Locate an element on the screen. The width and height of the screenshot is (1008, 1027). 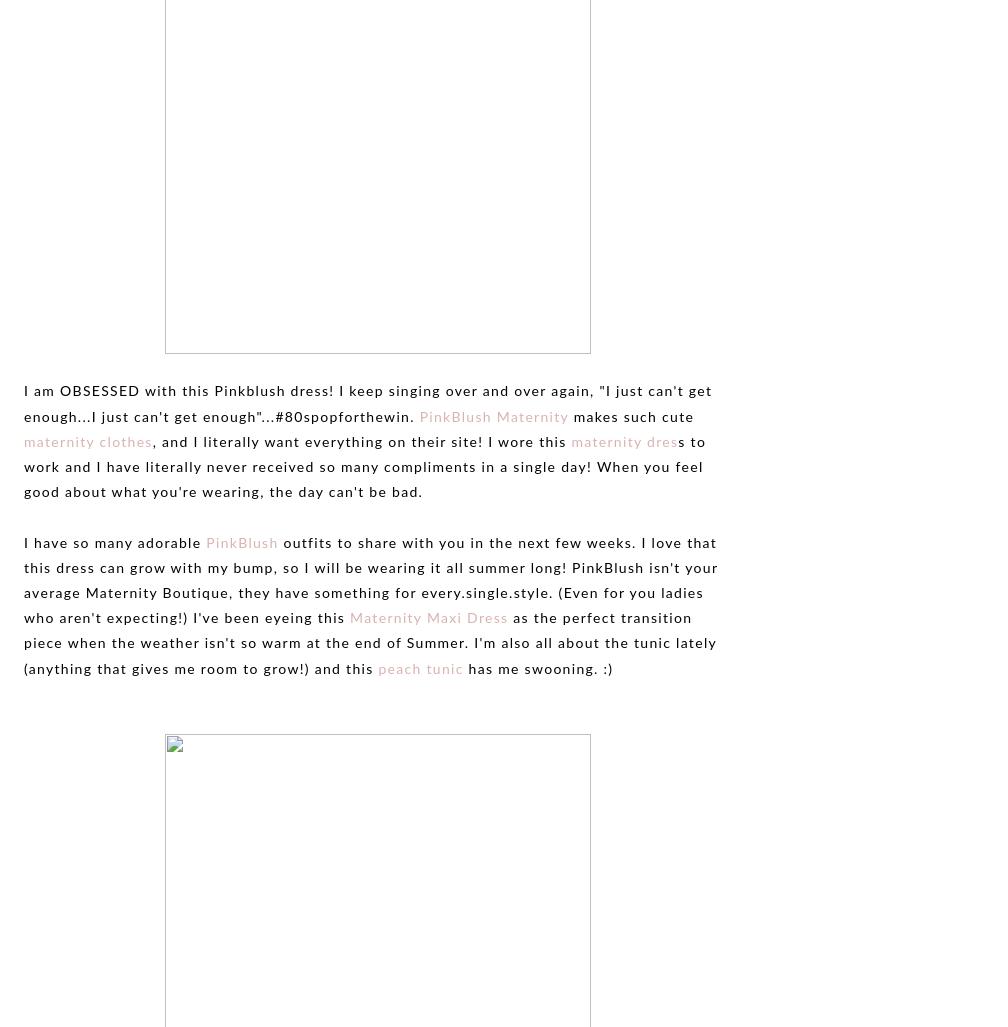
'makes such cute' is located at coordinates (568, 415).